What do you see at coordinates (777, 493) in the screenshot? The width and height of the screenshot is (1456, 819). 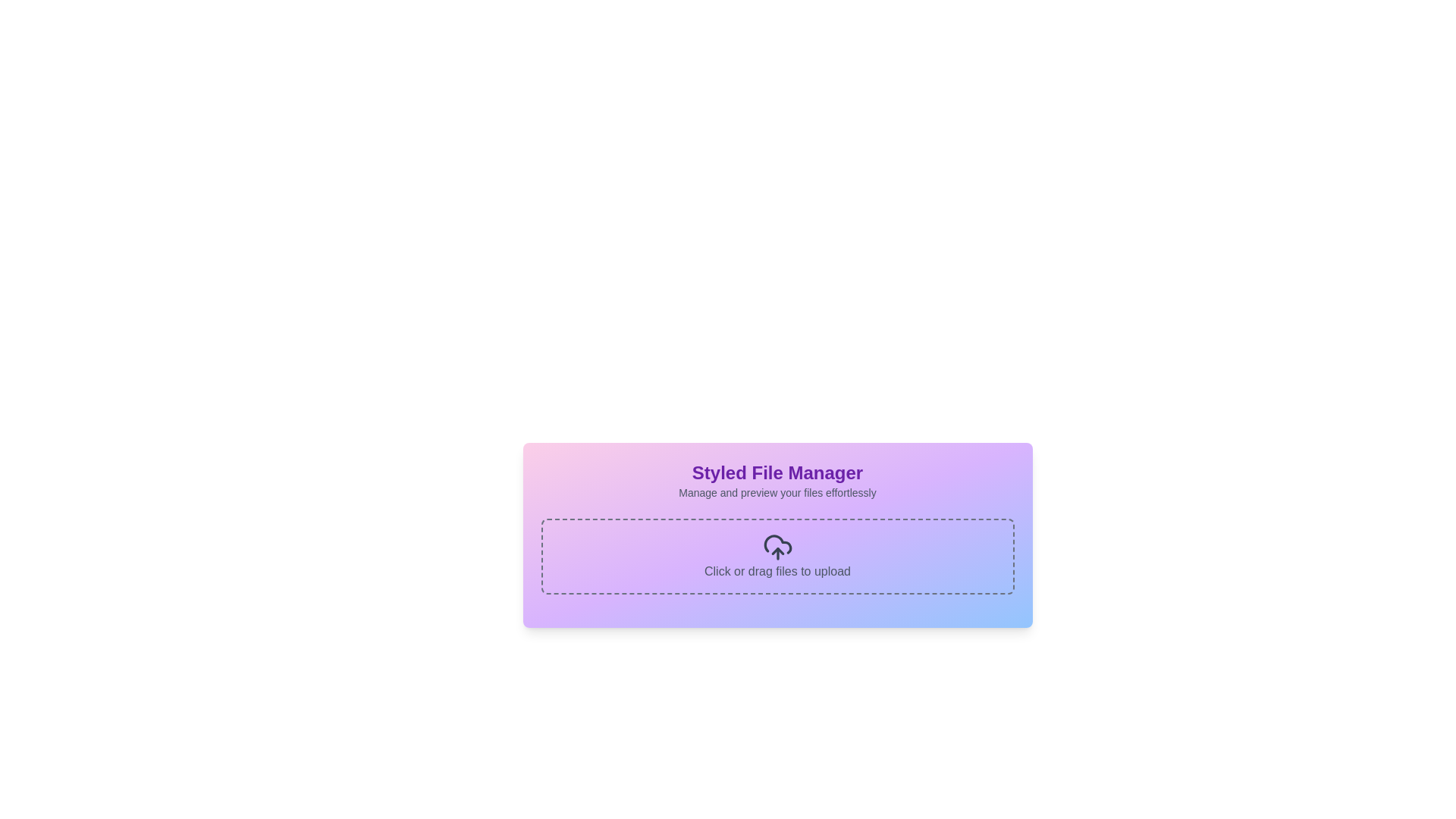 I see `the text element that reads 'Manage and preview your files effortlessly', which is displayed in a small-sized, gray font and positioned below the title 'Styled File Manager'` at bounding box center [777, 493].